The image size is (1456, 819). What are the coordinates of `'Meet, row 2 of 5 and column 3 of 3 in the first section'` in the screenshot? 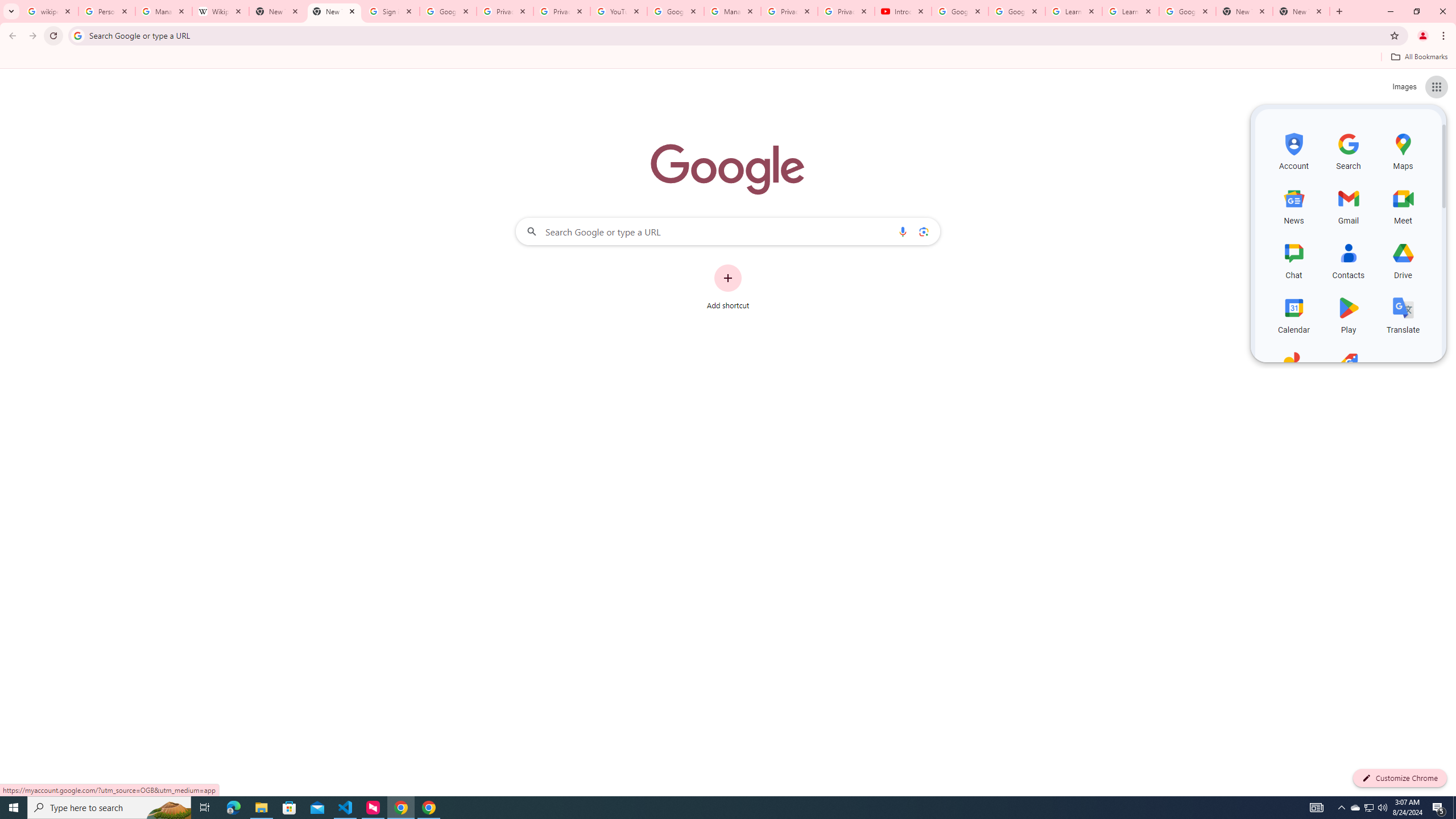 It's located at (1403, 205).